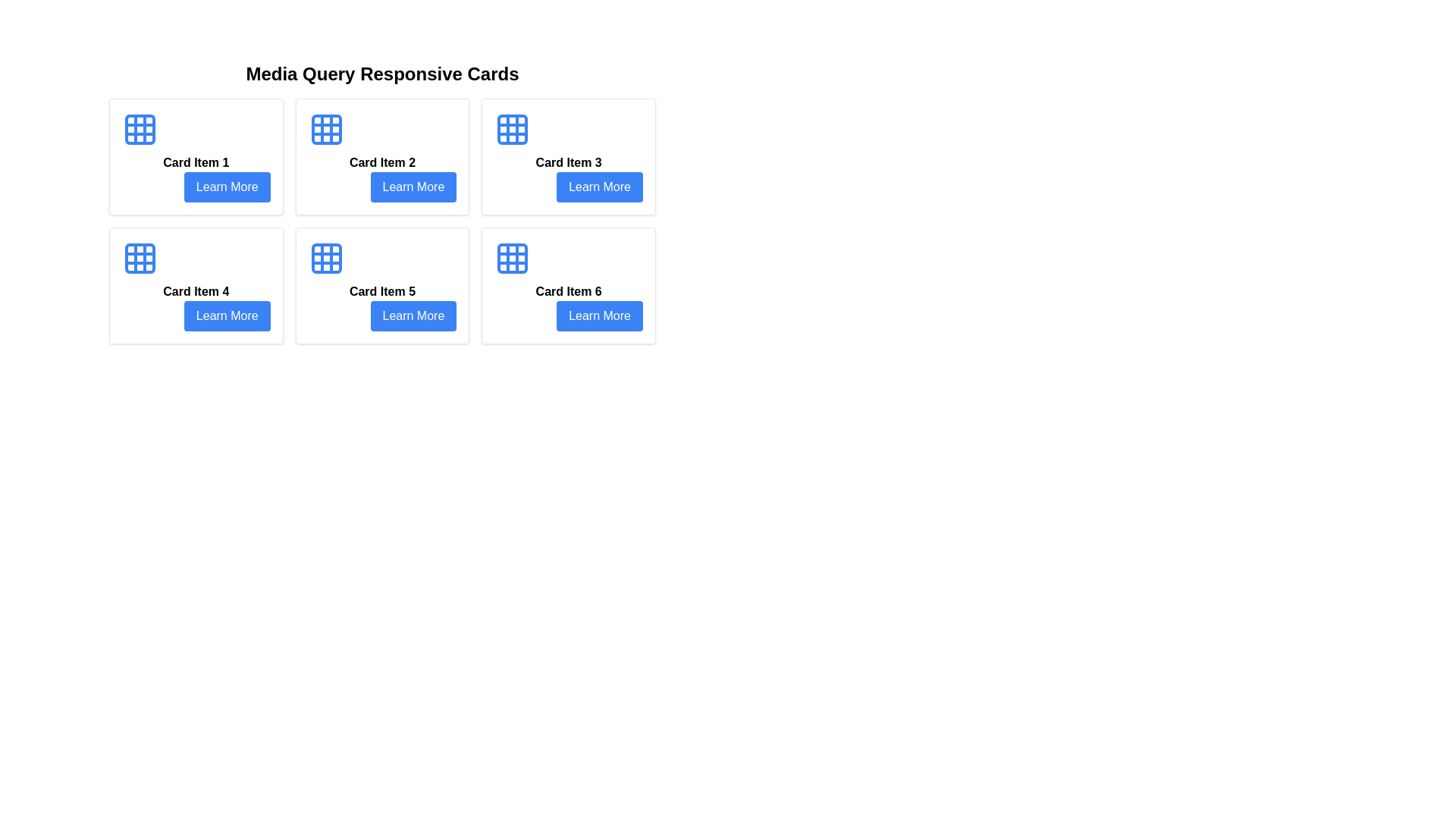 The height and width of the screenshot is (819, 1456). What do you see at coordinates (599, 186) in the screenshot?
I see `the 'Learn More' button which is a rectangular button with white text on a blue background, located at the bottom right of 'Card Item 3'` at bounding box center [599, 186].